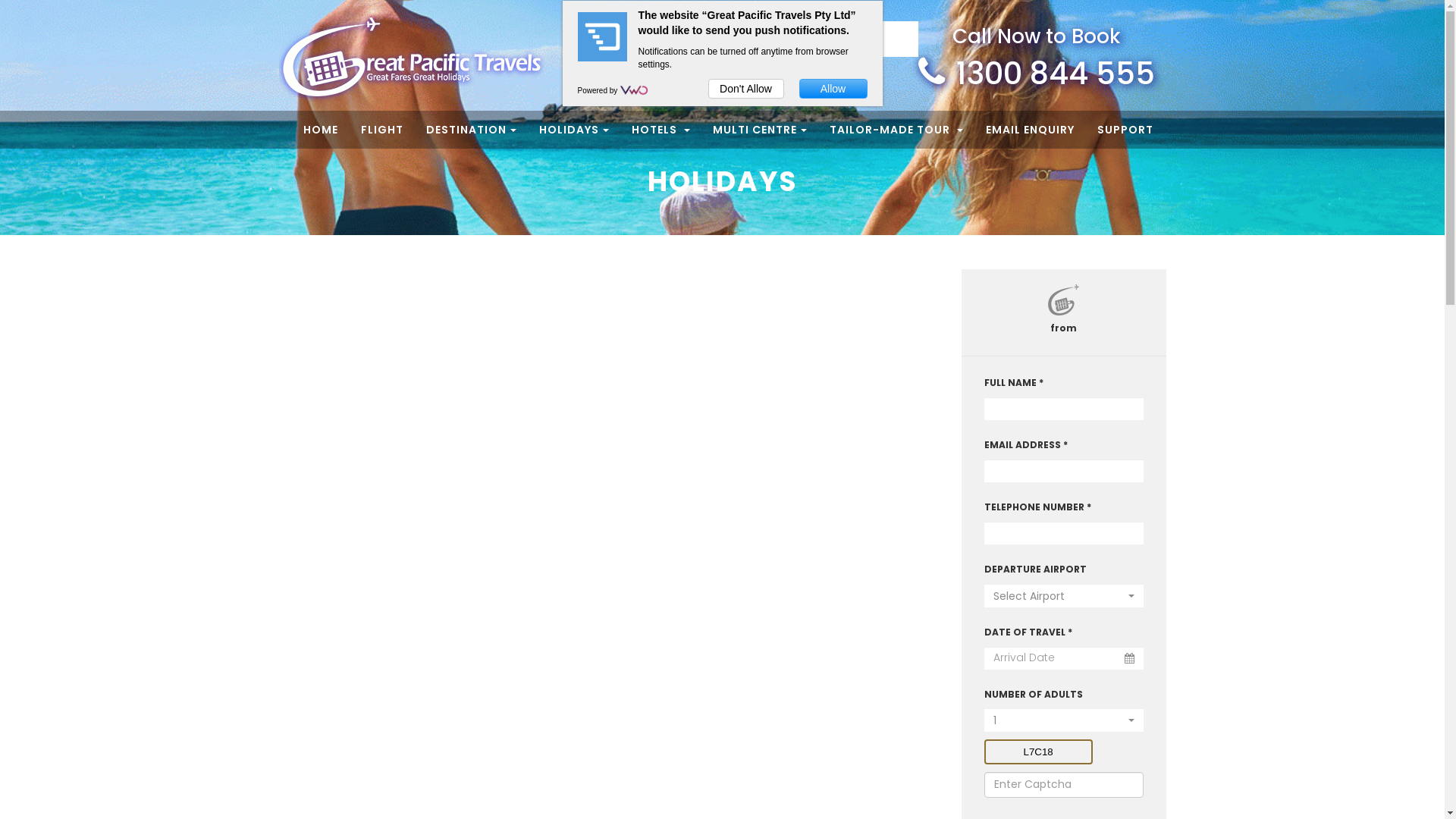 Image resolution: width=1456 pixels, height=819 pixels. What do you see at coordinates (835, 38) in the screenshot?
I see `'COVID-19 Message'` at bounding box center [835, 38].